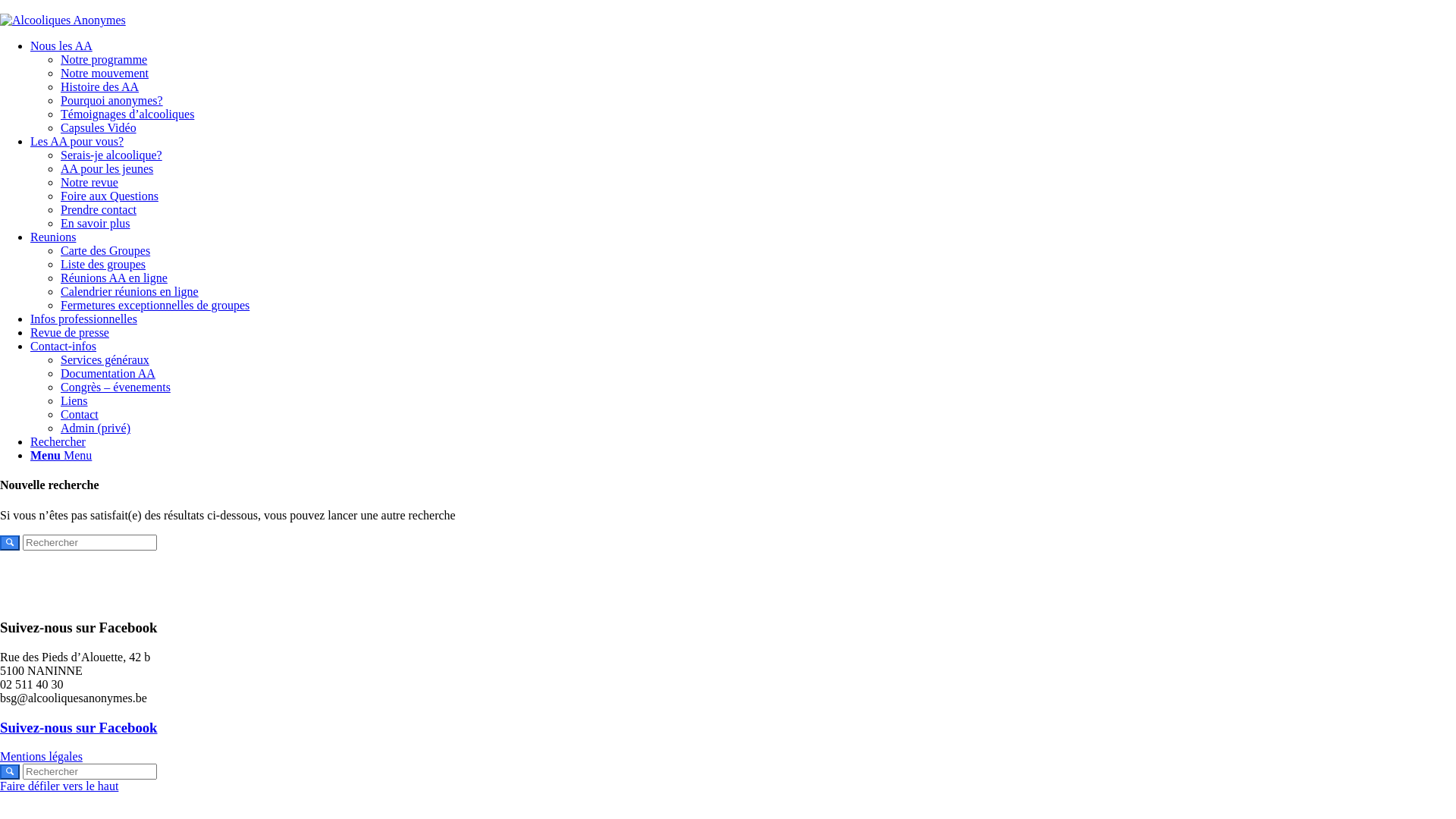 This screenshot has width=1456, height=819. What do you see at coordinates (107, 373) in the screenshot?
I see `'Documentation AA'` at bounding box center [107, 373].